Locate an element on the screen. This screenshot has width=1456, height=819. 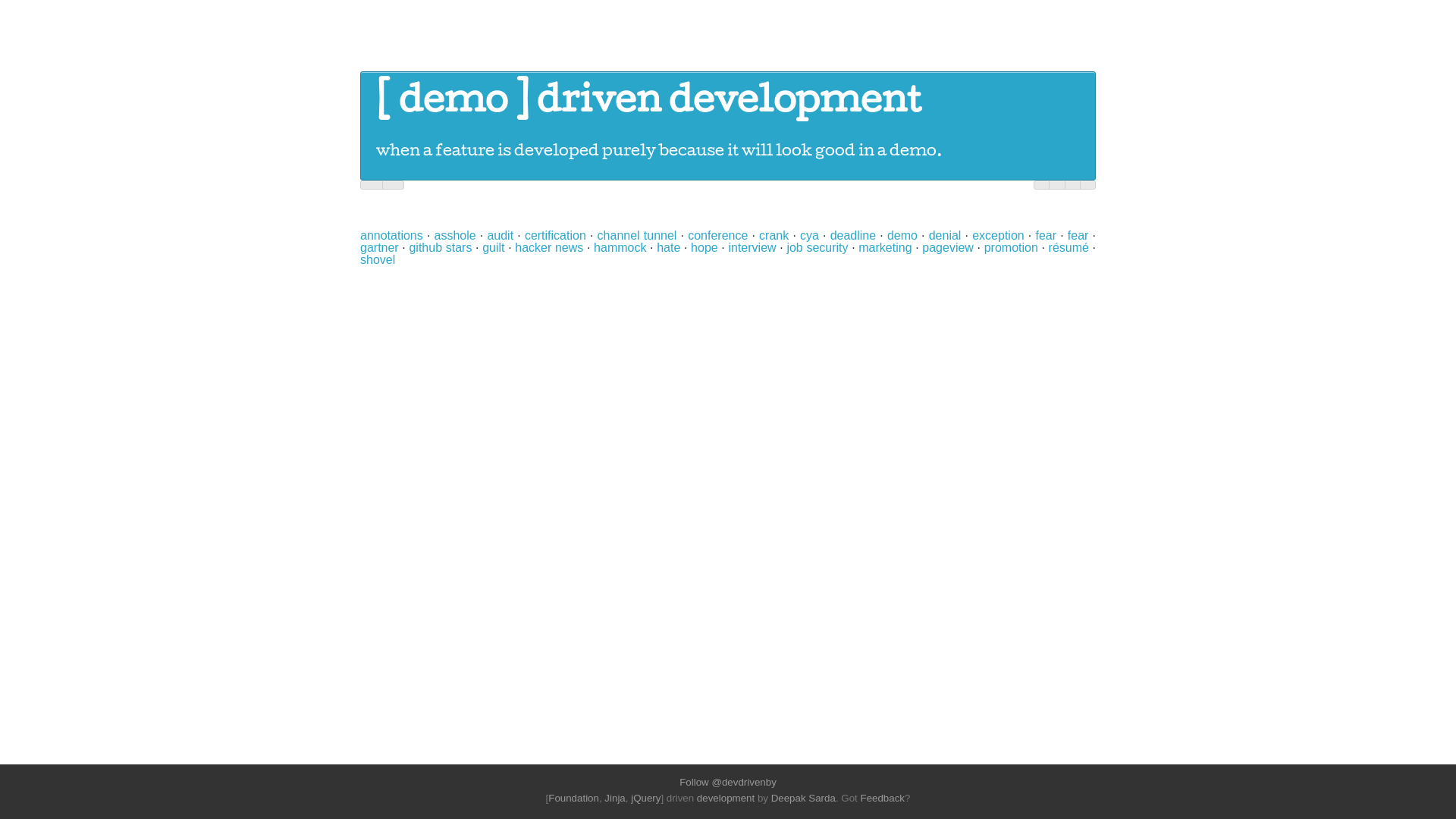
'Follow @devdrivenby' is located at coordinates (728, 782).